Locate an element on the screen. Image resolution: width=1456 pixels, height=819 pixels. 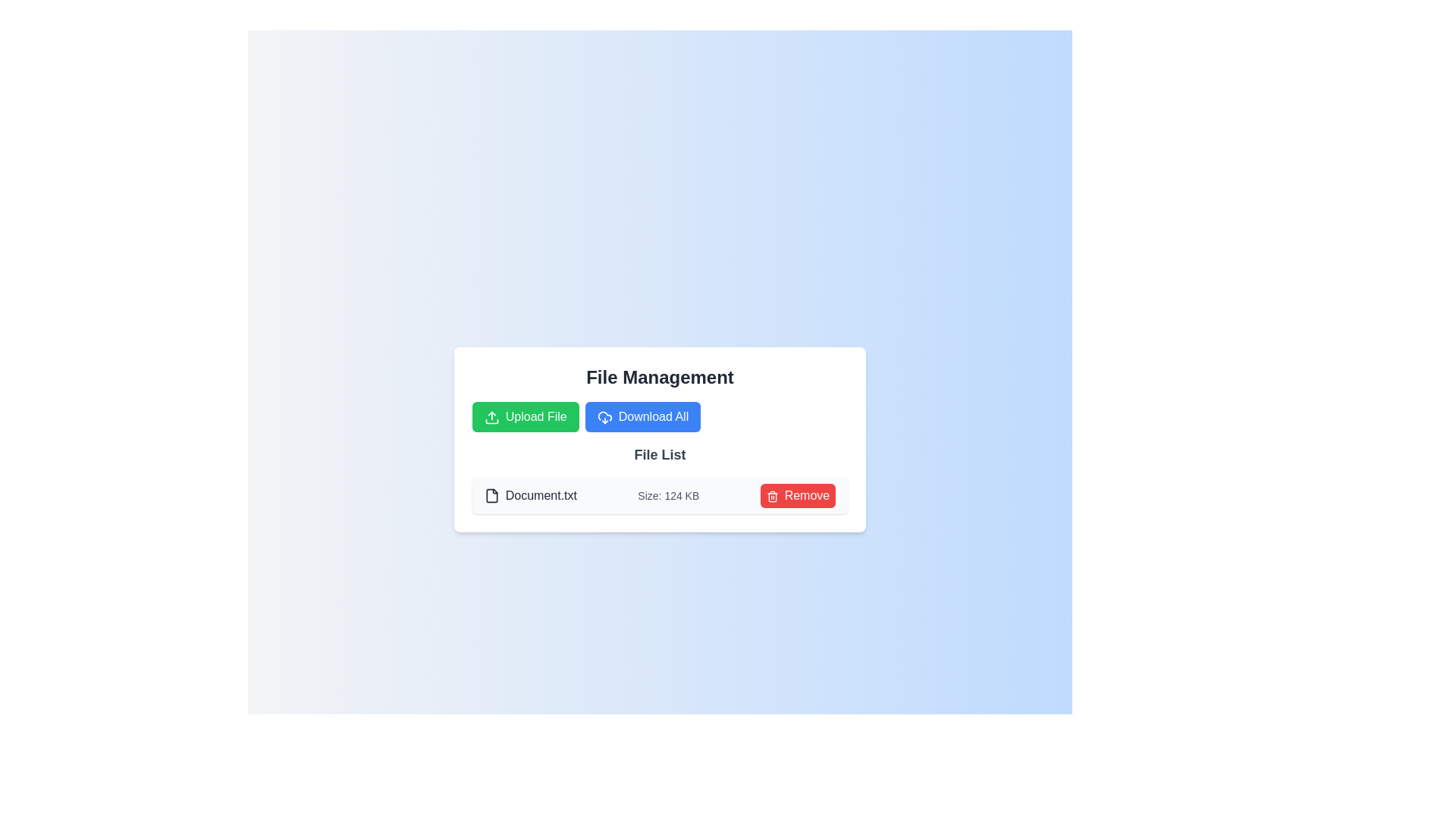
the file upload button located in the top-left corner of the File Management panel is located at coordinates (526, 417).